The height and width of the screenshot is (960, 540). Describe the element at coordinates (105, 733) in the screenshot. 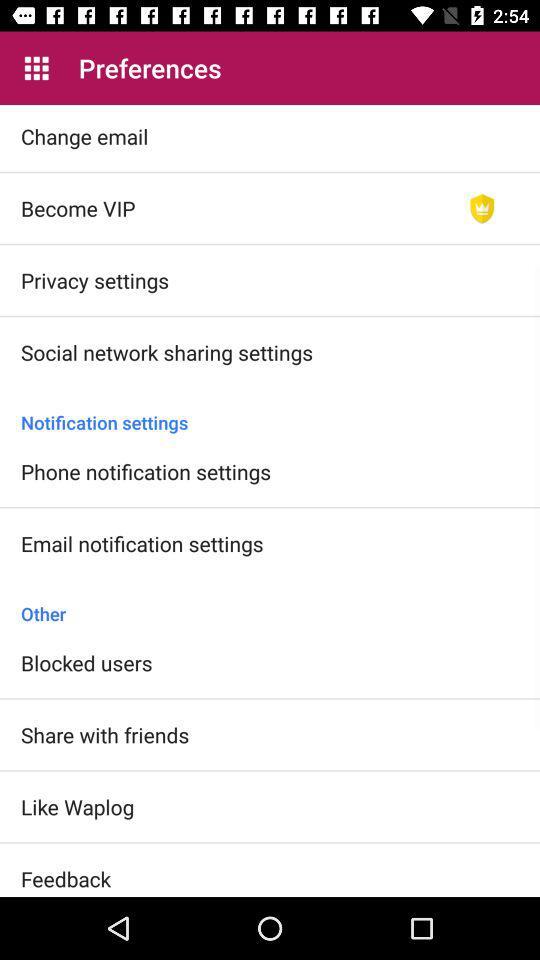

I see `icon below the blocked users item` at that location.